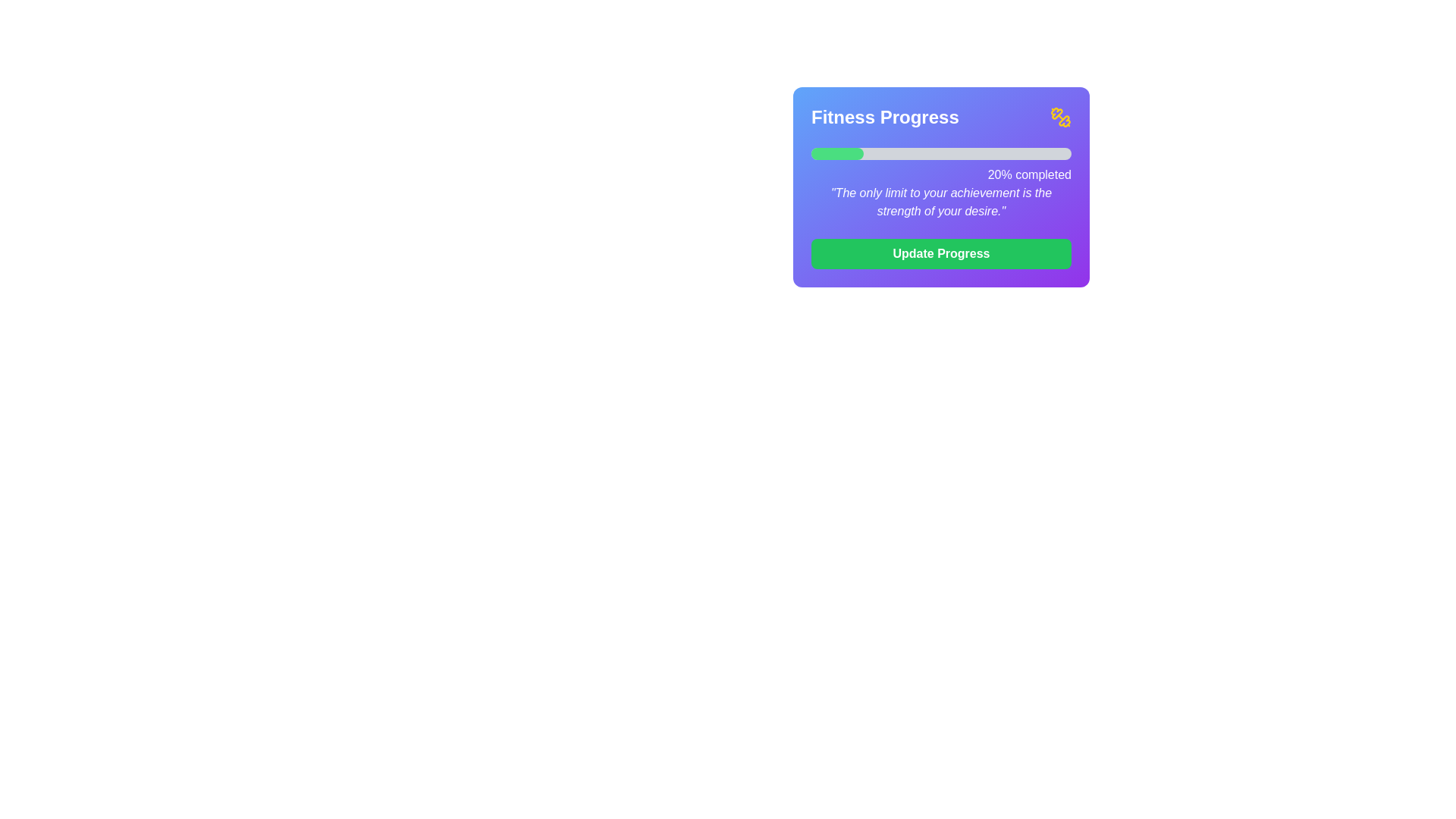 This screenshot has width=1456, height=819. What do you see at coordinates (1059, 116) in the screenshot?
I see `the yellow dumbbell SVG icon located at the top-right corner of the 'Fitness Progress' card` at bounding box center [1059, 116].